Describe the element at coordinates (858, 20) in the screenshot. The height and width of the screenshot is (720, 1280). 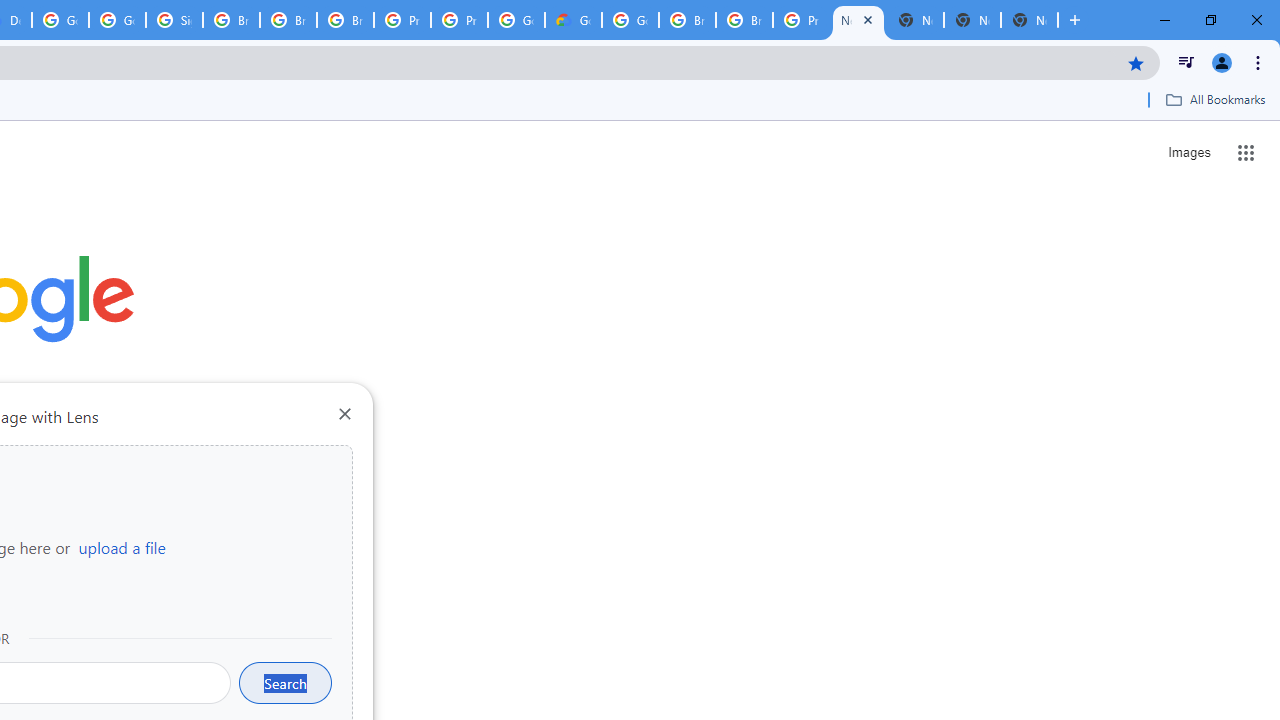
I see `'New Tab'` at that location.